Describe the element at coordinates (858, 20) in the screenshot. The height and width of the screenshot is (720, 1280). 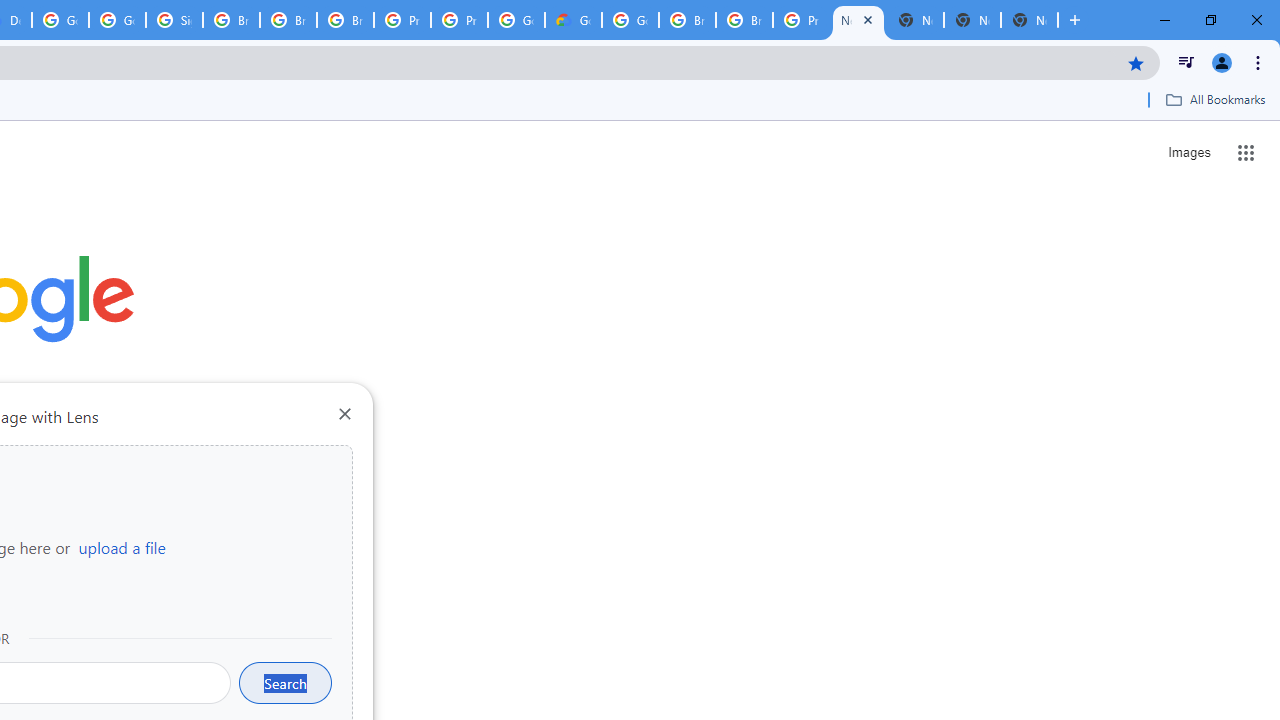
I see `'New Tab'` at that location.